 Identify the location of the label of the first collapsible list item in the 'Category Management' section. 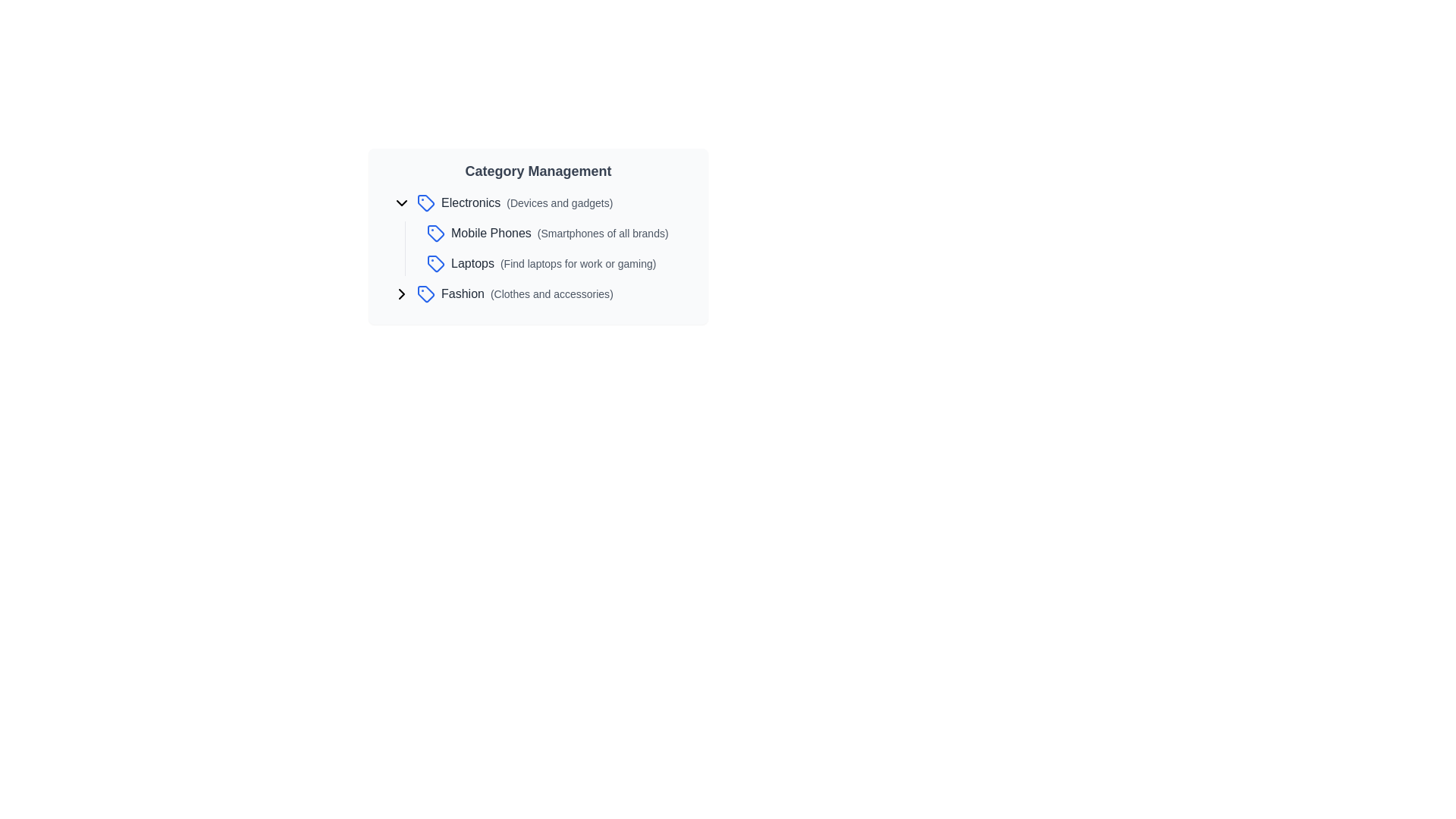
(544, 202).